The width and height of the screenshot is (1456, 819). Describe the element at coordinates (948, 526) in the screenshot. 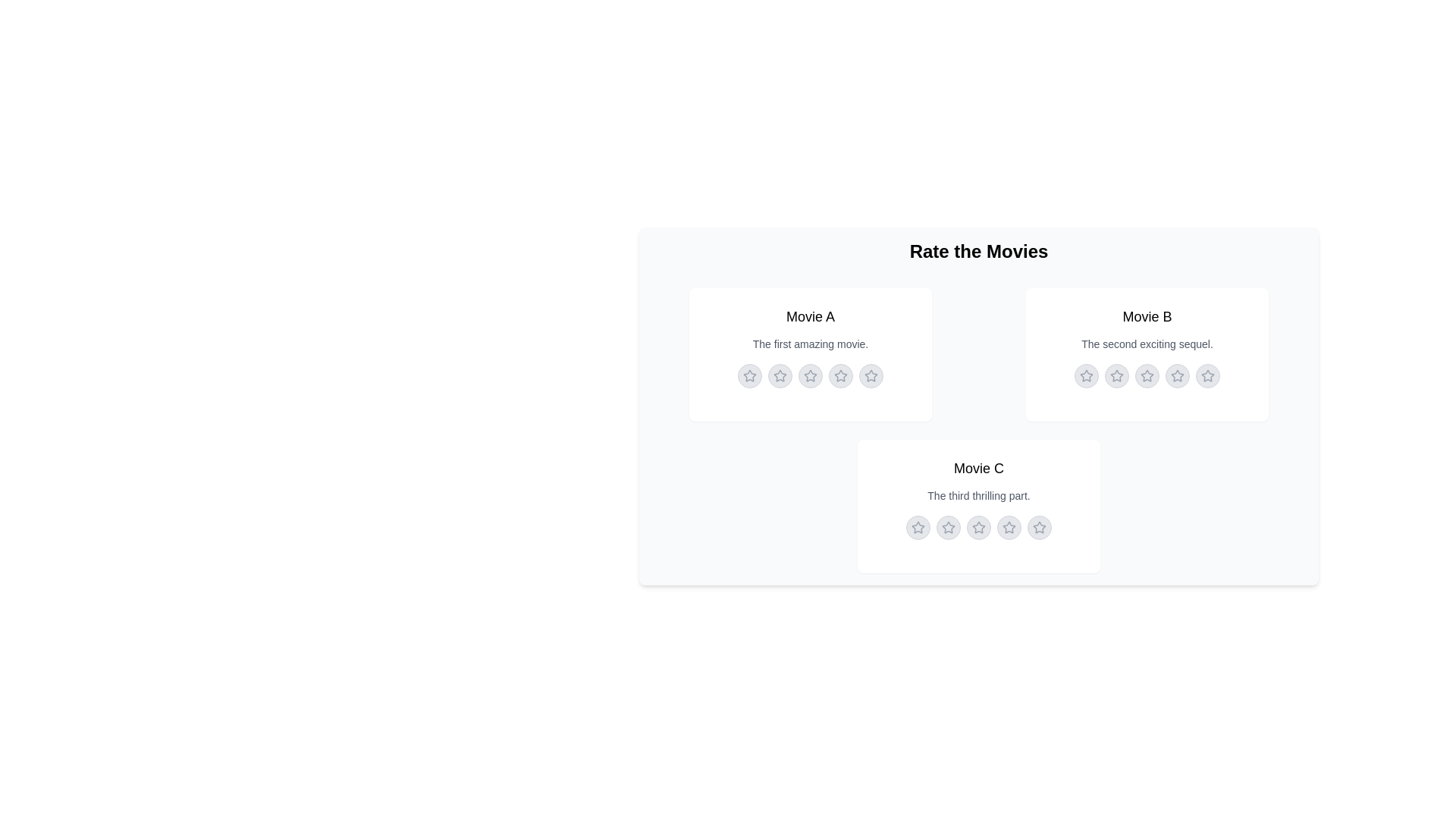

I see `the second circular star button with a light gray background and star icon` at that location.